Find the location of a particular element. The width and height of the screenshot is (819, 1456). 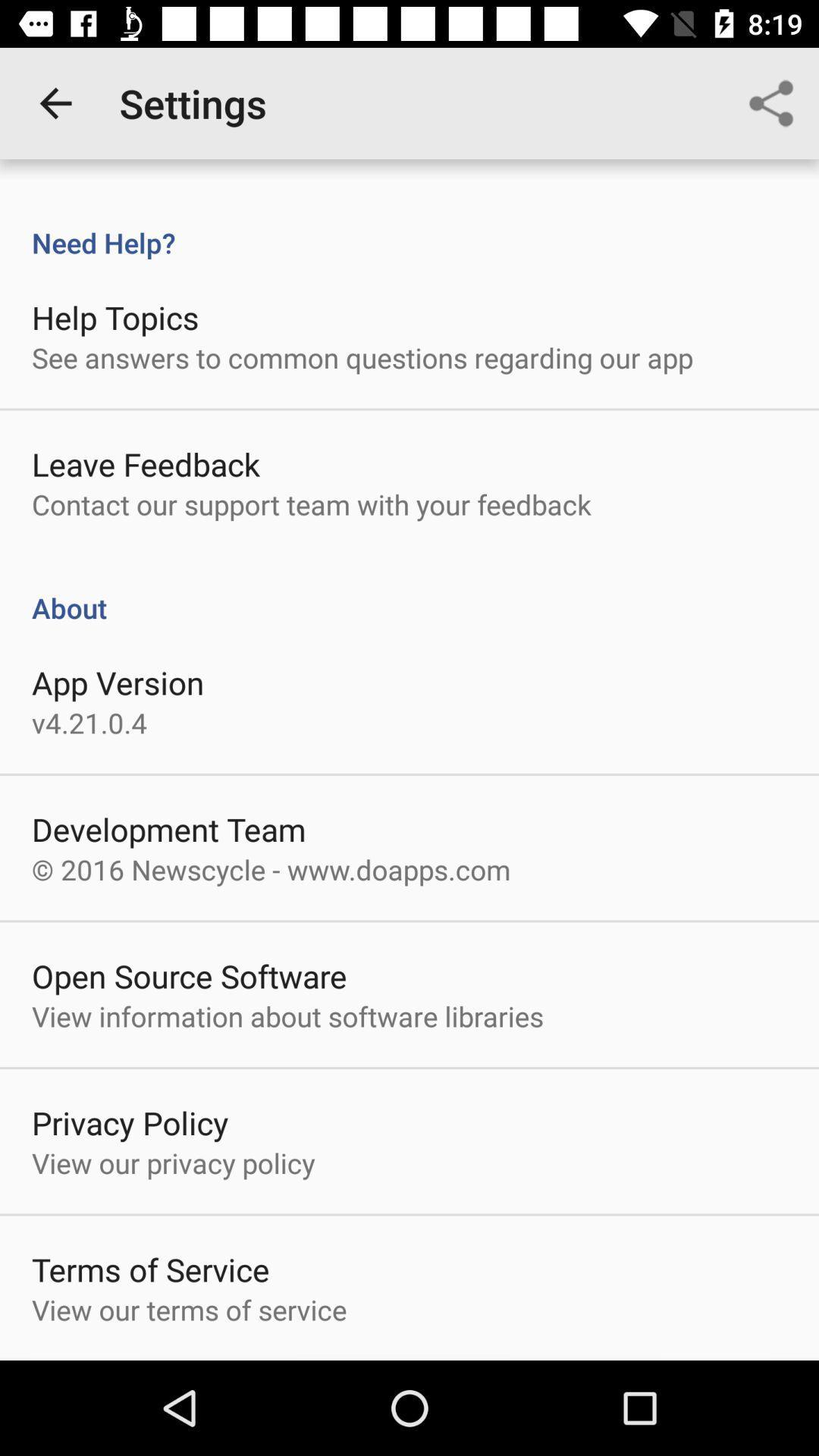

help topics item is located at coordinates (115, 316).